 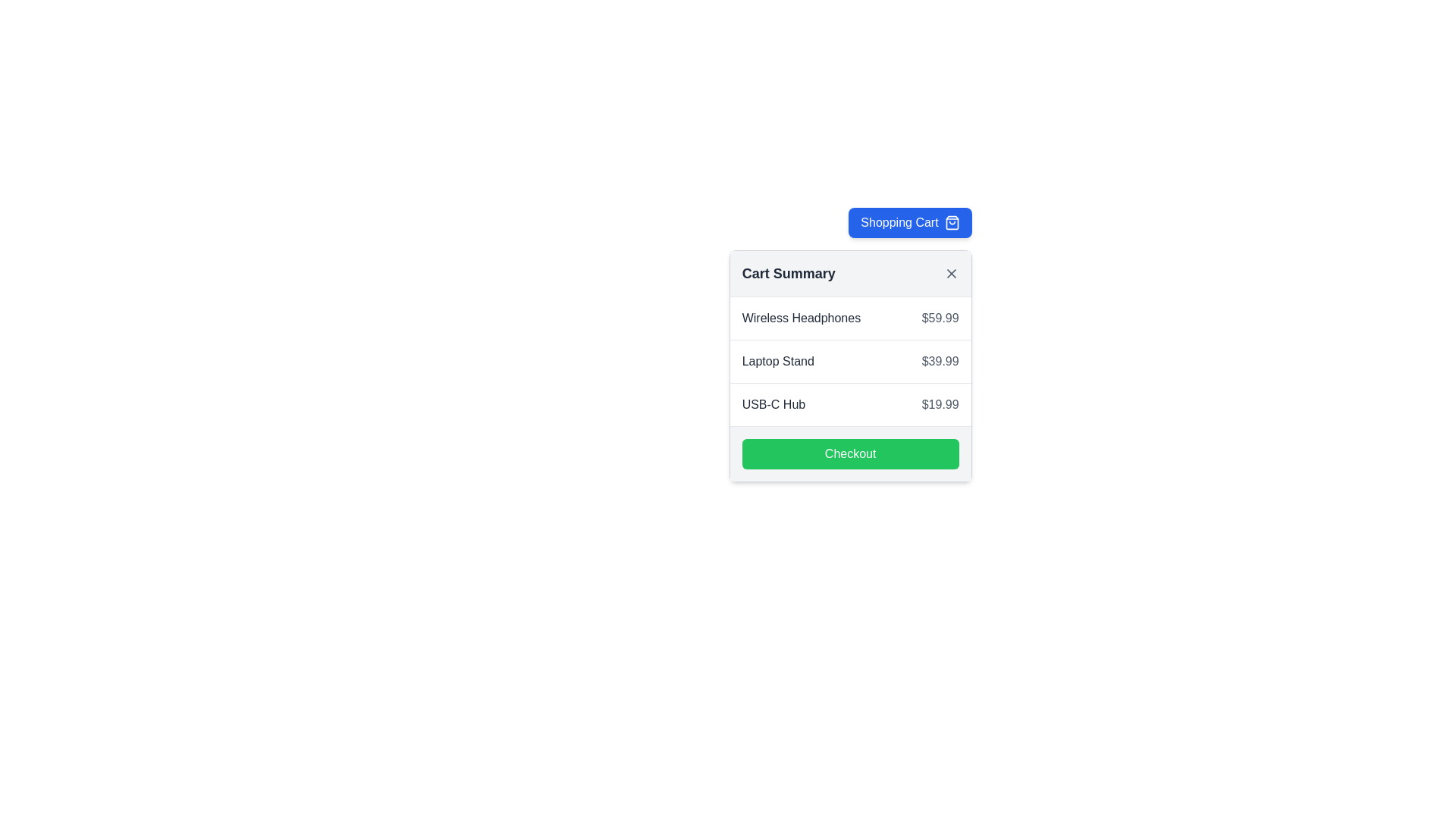 I want to click on the first item in the shopping cart overview that displays the product name and price, located below the 'Cart Summary' heading, so click(x=850, y=318).